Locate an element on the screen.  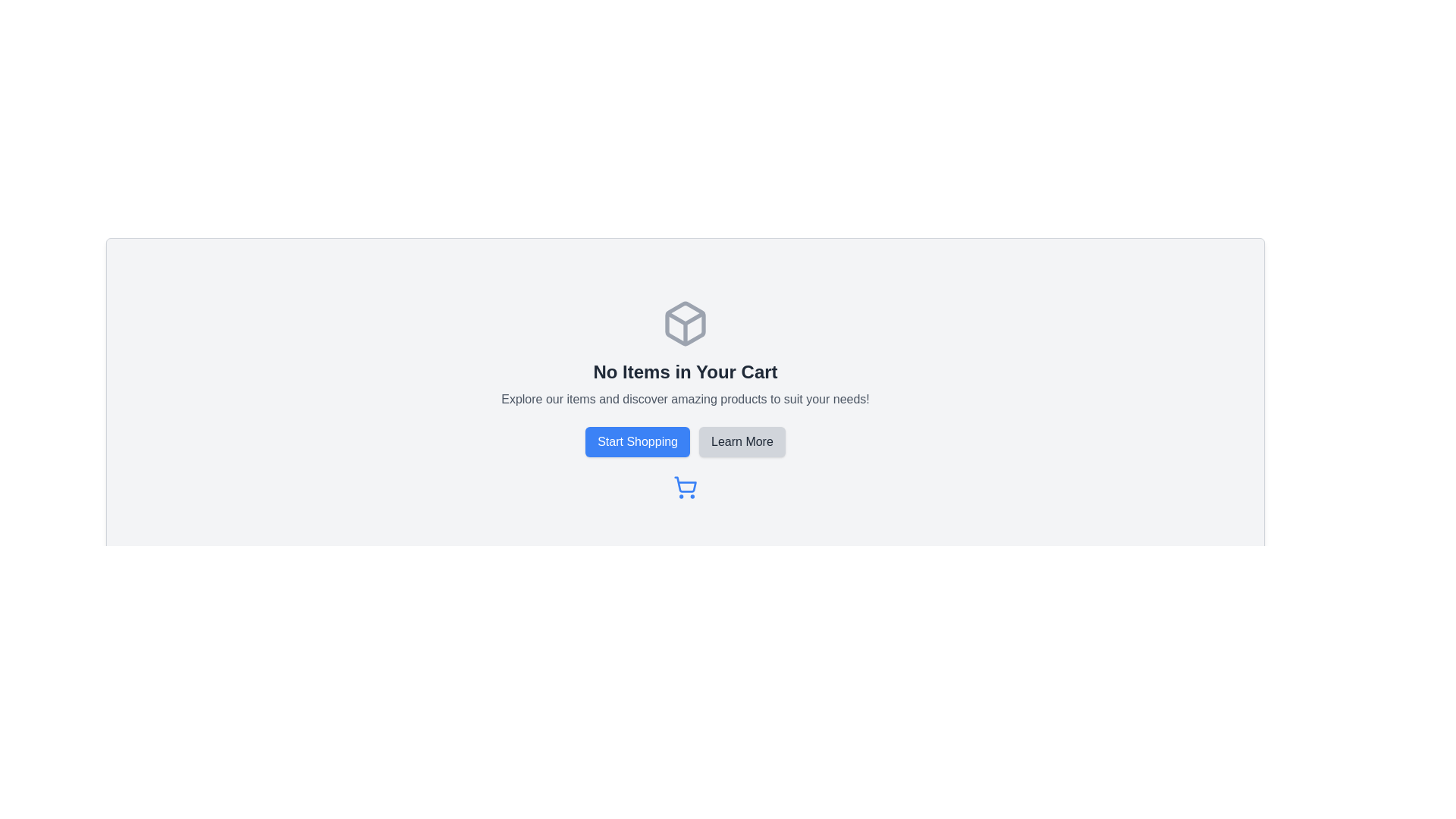
the leftmost button below the text 'Explore our items and discover amazing products to suit your needs!' for accessibility navigation is located at coordinates (638, 441).